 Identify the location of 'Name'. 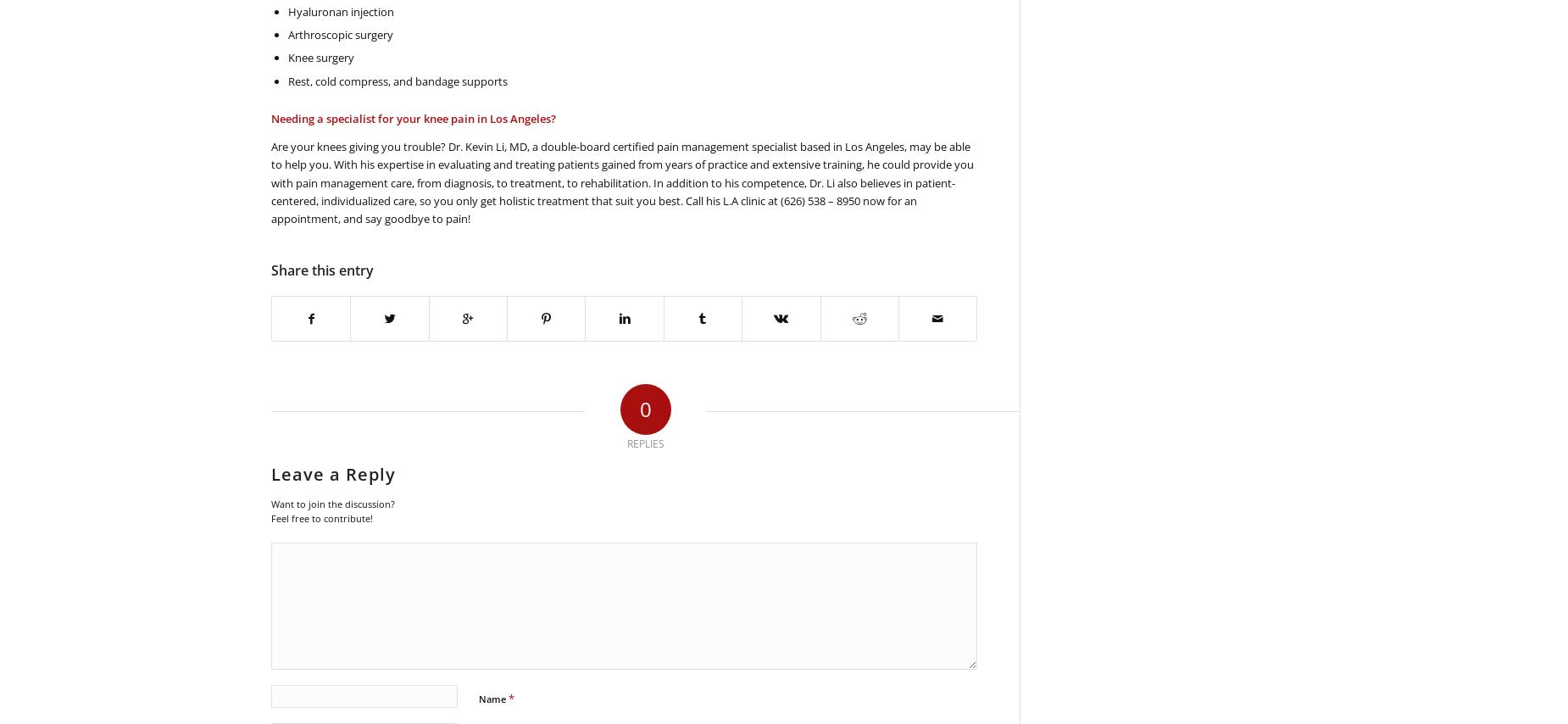
(493, 699).